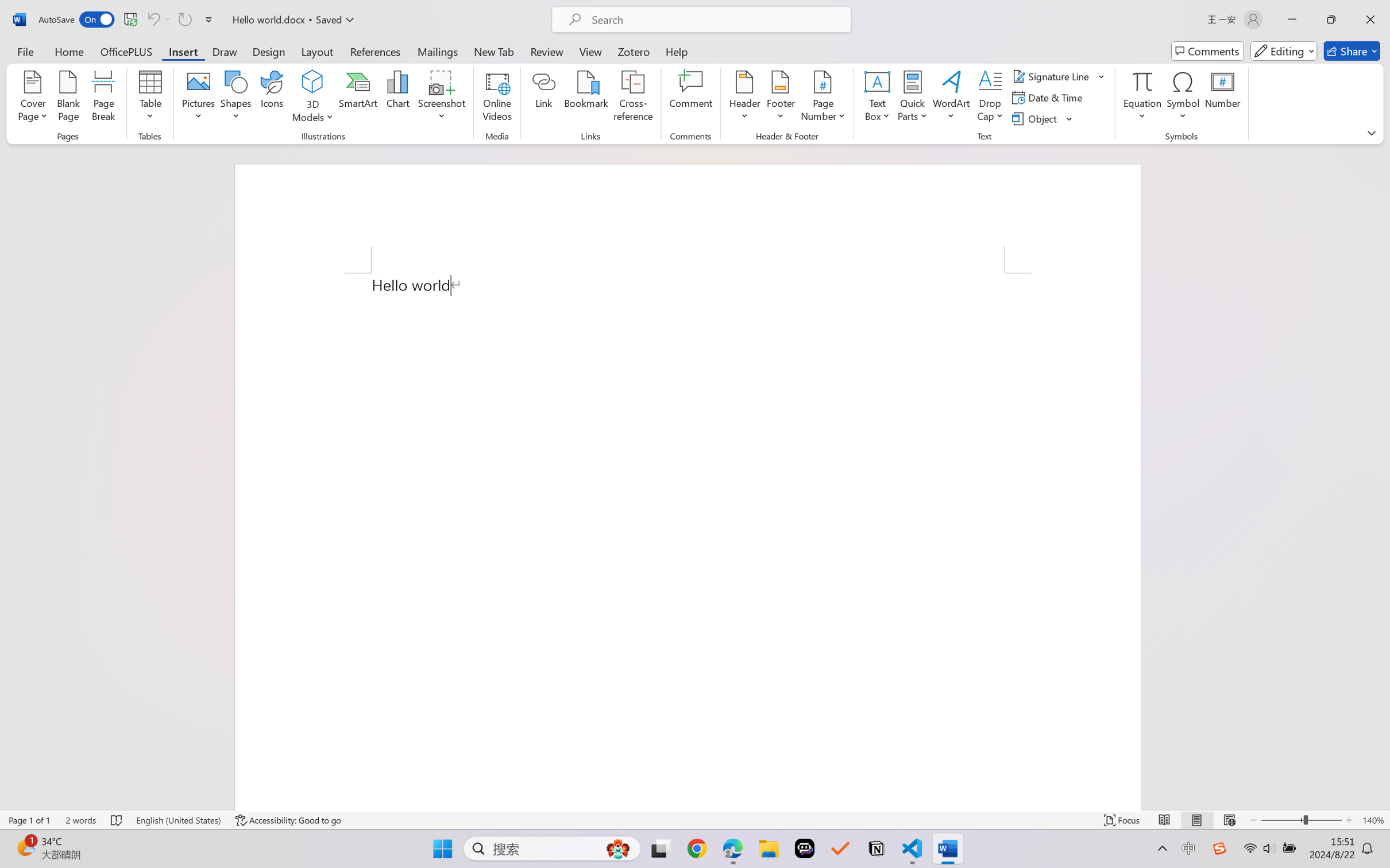 Image resolution: width=1390 pixels, height=868 pixels. What do you see at coordinates (442, 98) in the screenshot?
I see `'Screenshot'` at bounding box center [442, 98].